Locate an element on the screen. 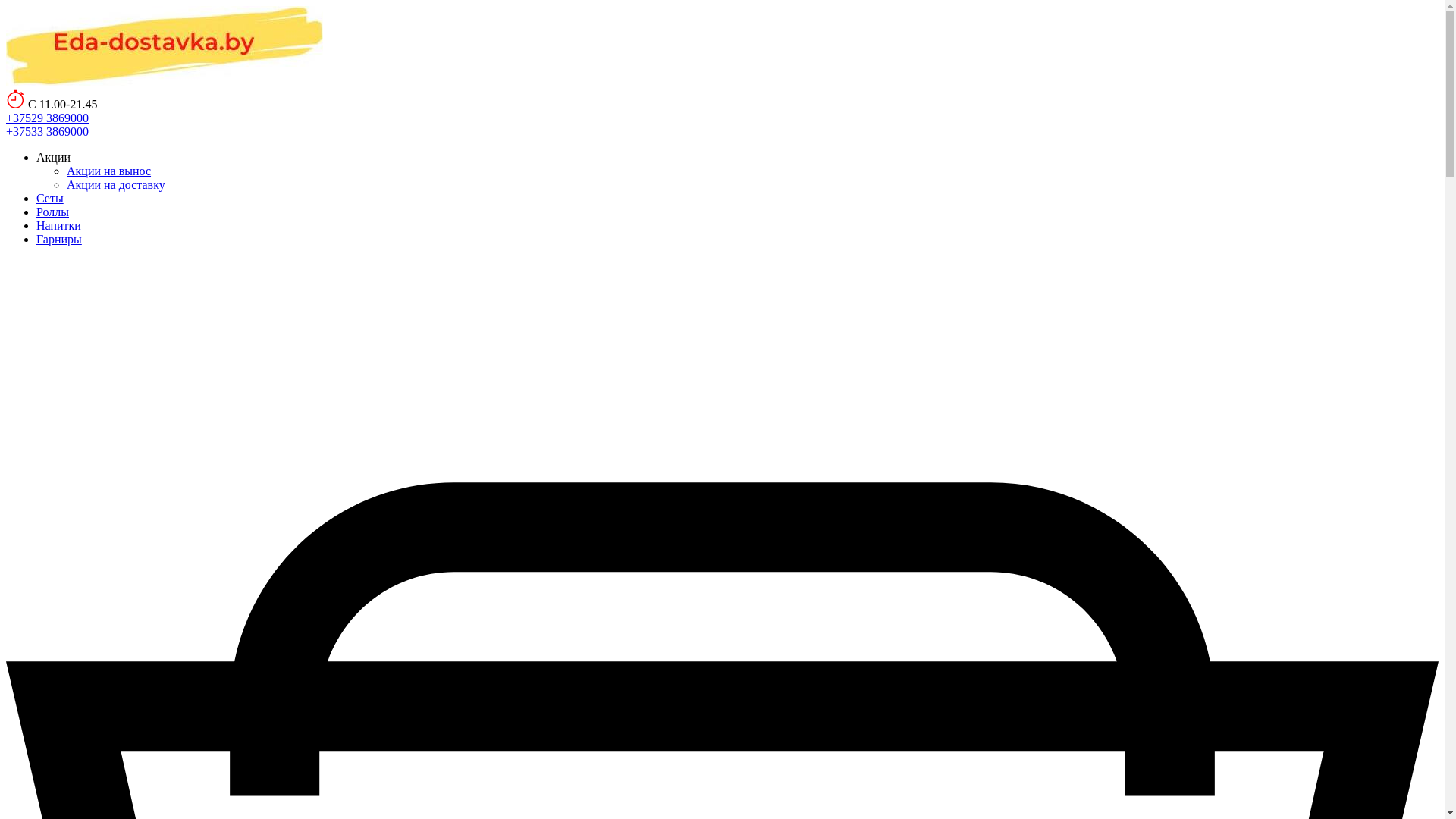  '+37533 3869000' is located at coordinates (47, 130).